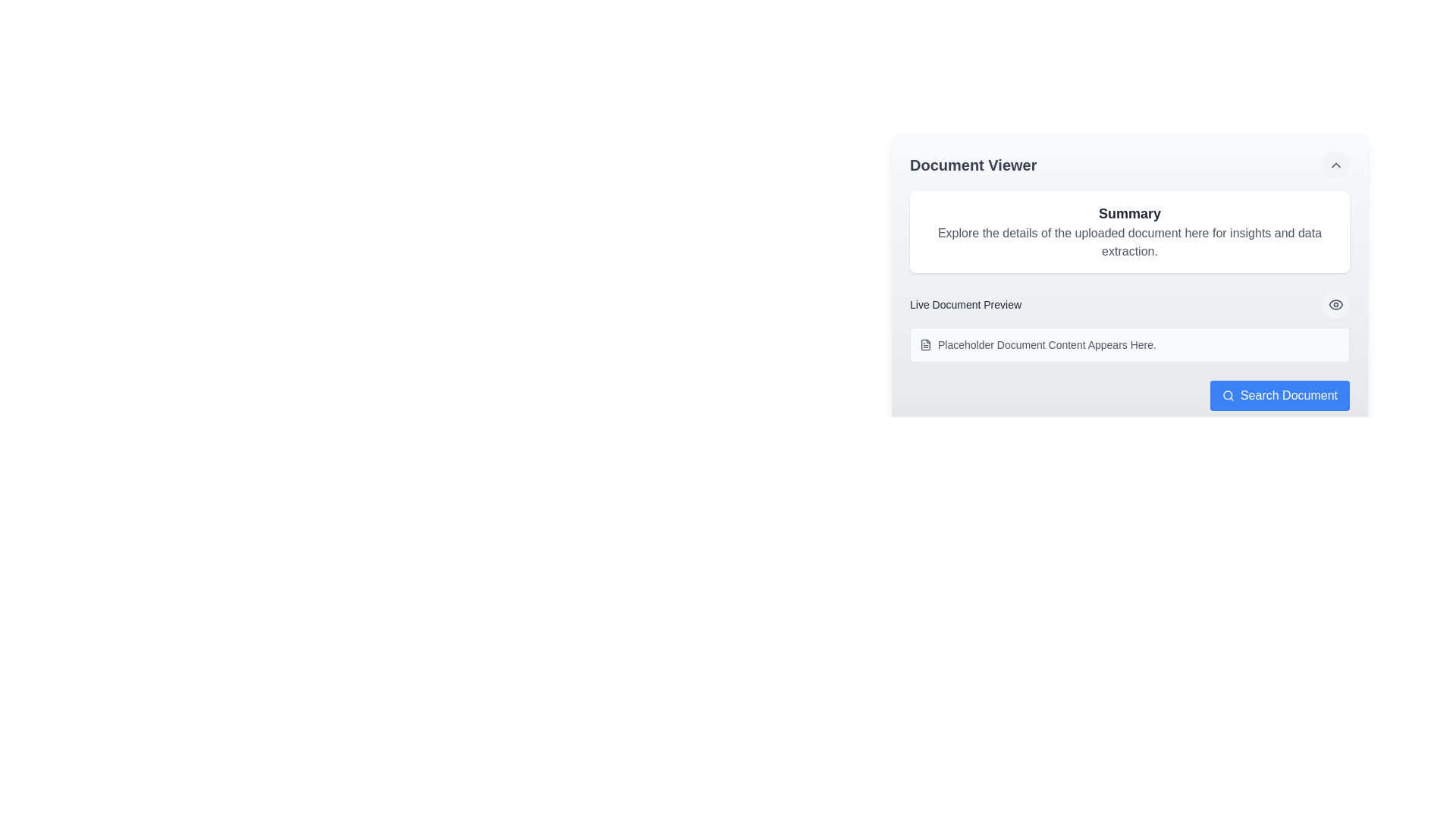 The width and height of the screenshot is (1456, 819). I want to click on the visibility toggle button located to the far right of the 'Live Document Preview' text, so click(1335, 304).